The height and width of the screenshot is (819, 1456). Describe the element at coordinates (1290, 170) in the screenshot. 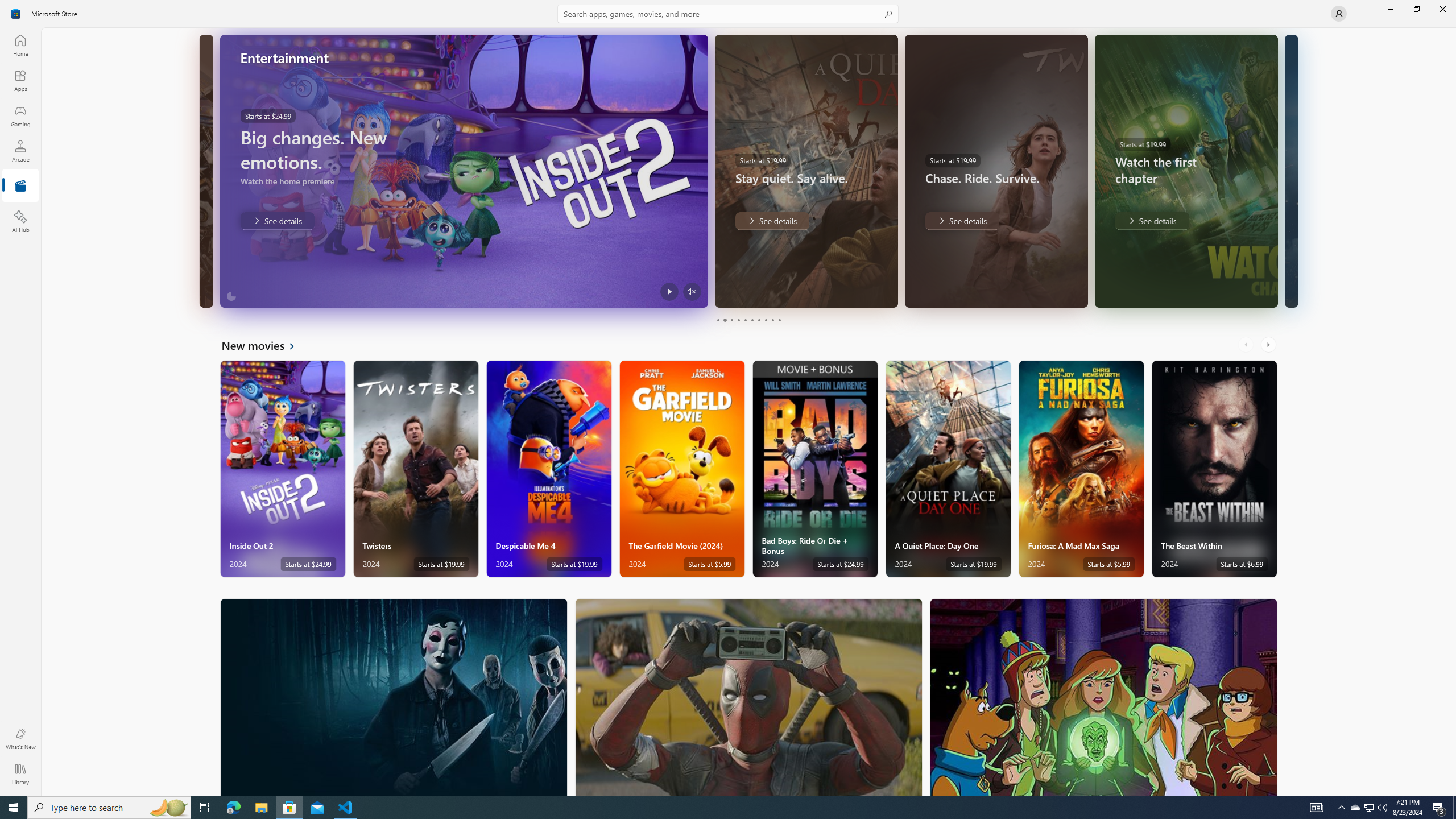

I see `'AutomationID: Image'` at that location.